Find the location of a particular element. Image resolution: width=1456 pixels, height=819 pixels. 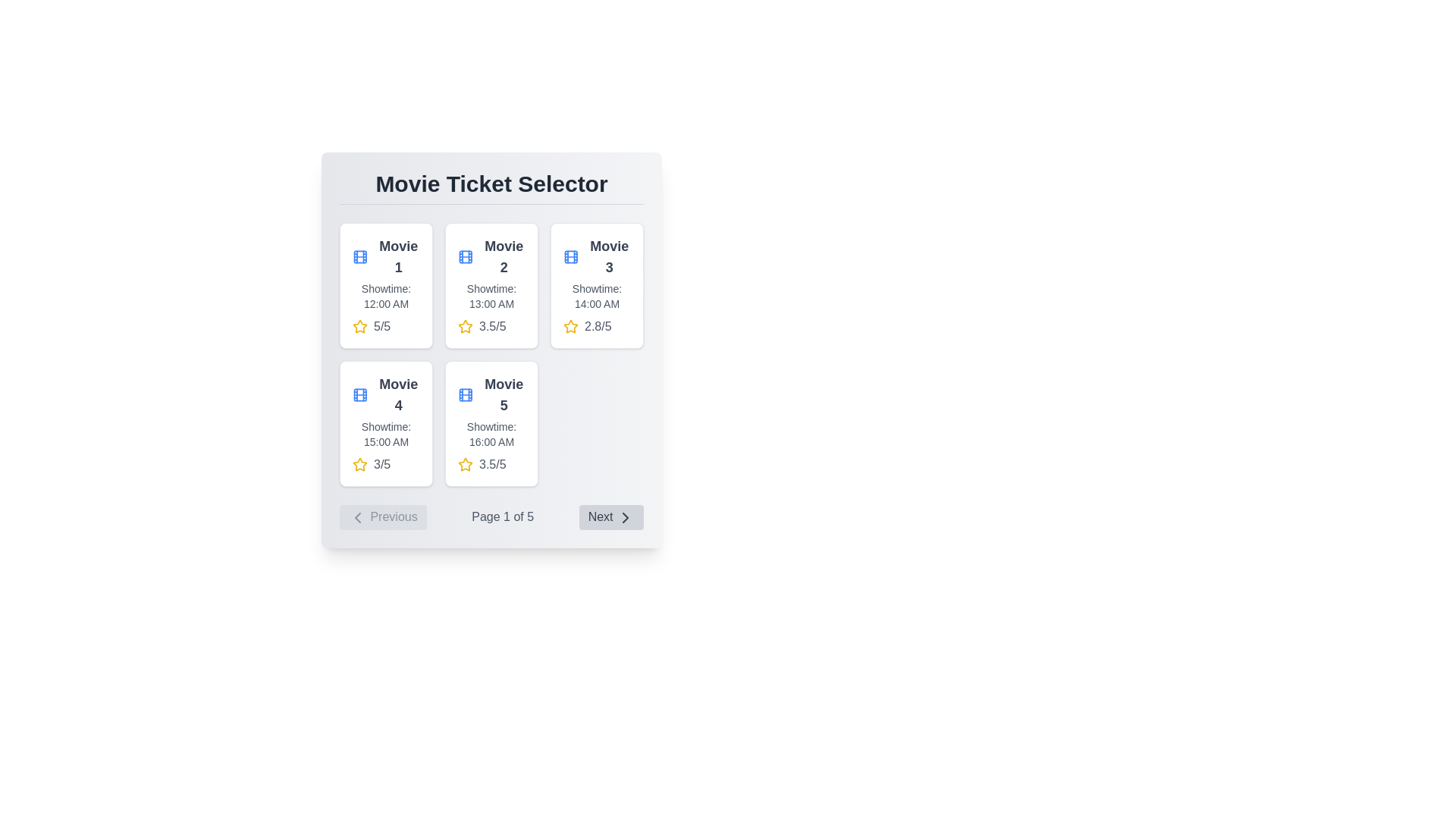

the text label that serves as the title of the movie, located at the top of the first card in the grid of movie cards is located at coordinates (398, 256).